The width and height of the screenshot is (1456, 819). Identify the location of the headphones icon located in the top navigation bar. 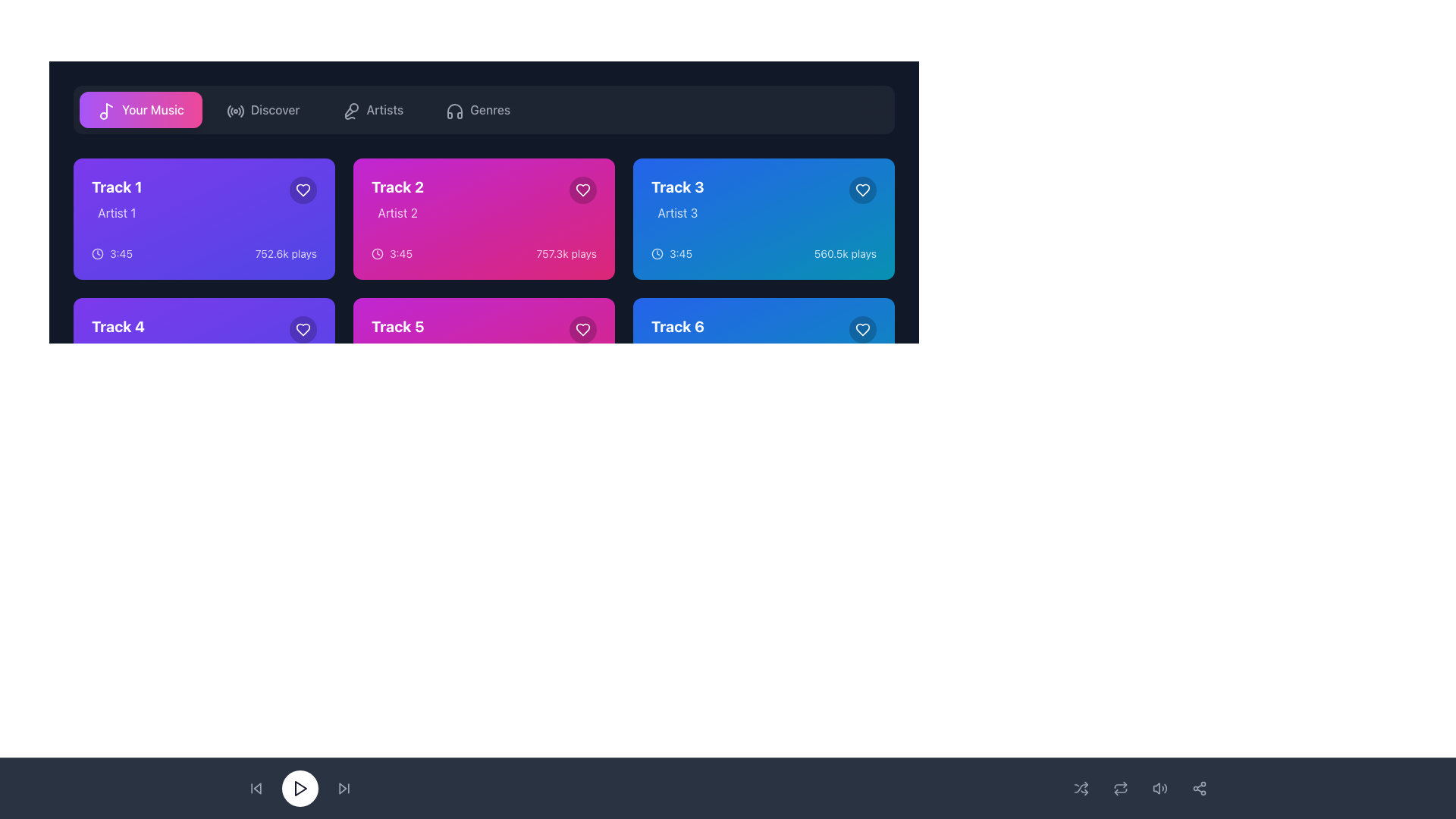
(454, 110).